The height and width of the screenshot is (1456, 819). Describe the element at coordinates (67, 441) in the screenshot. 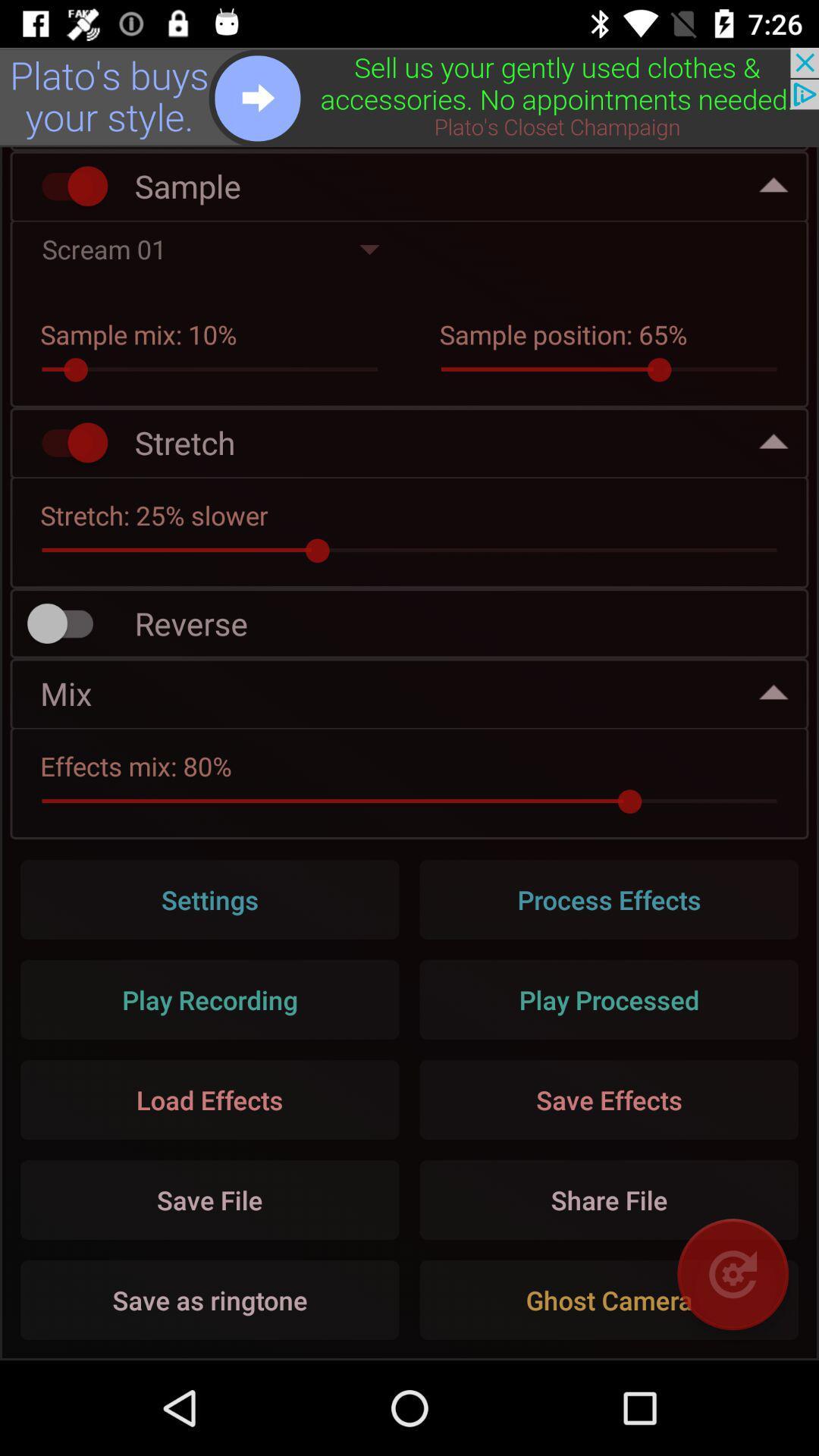

I see `effect` at that location.